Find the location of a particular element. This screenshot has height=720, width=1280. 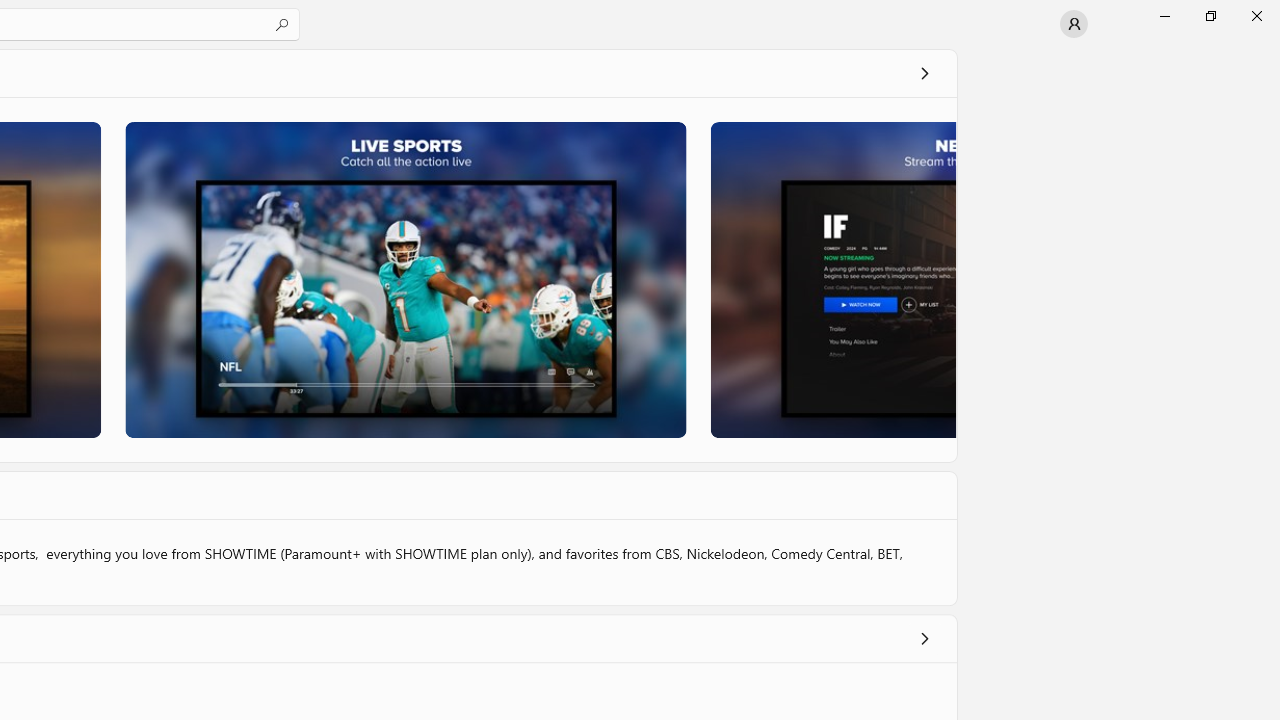

'See all' is located at coordinates (923, 72).